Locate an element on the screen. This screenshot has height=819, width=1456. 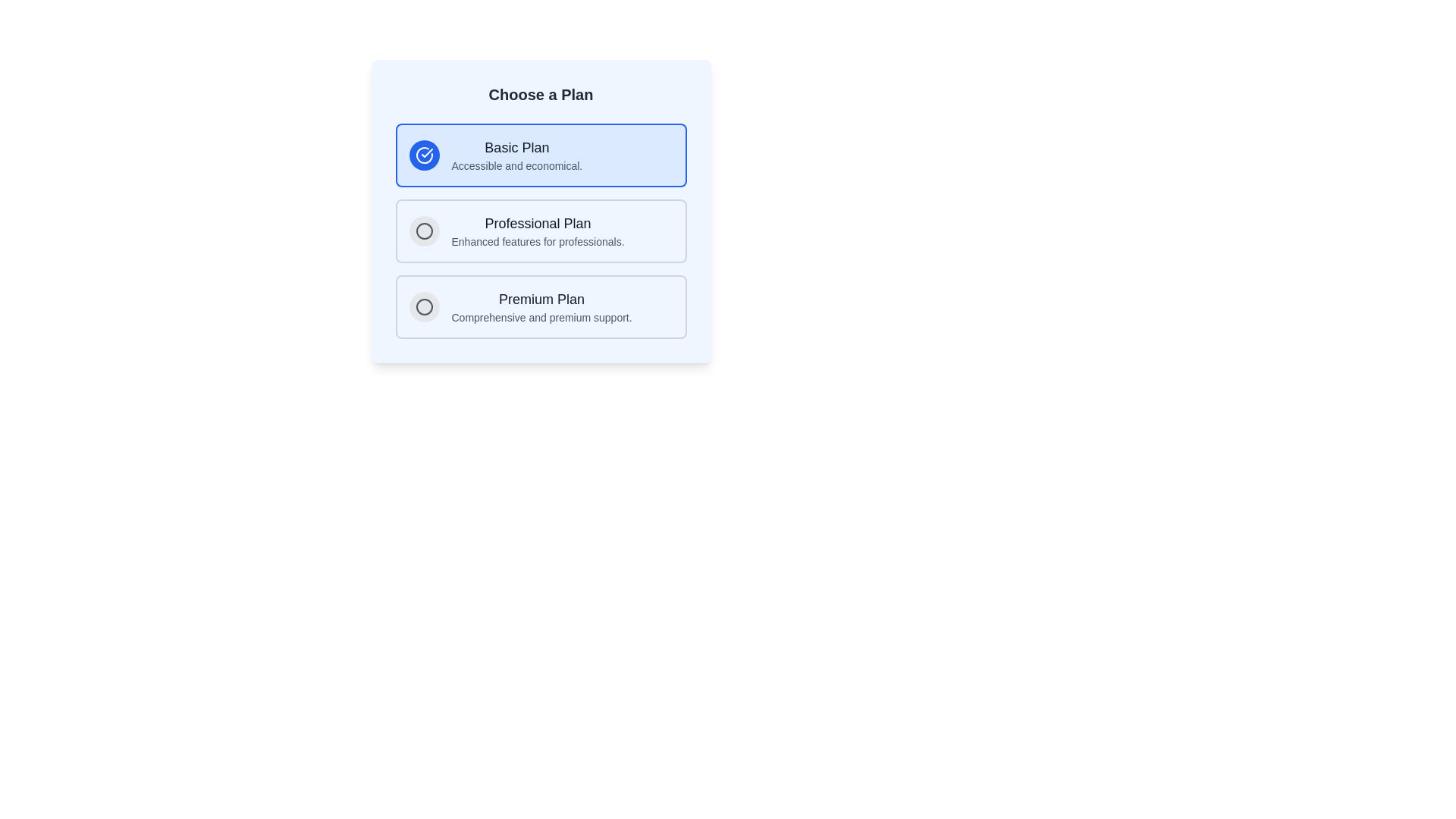
the blue circular icon with a white outlined checkmark, which is located to the left of the 'Basic Plan' option text is located at coordinates (424, 155).